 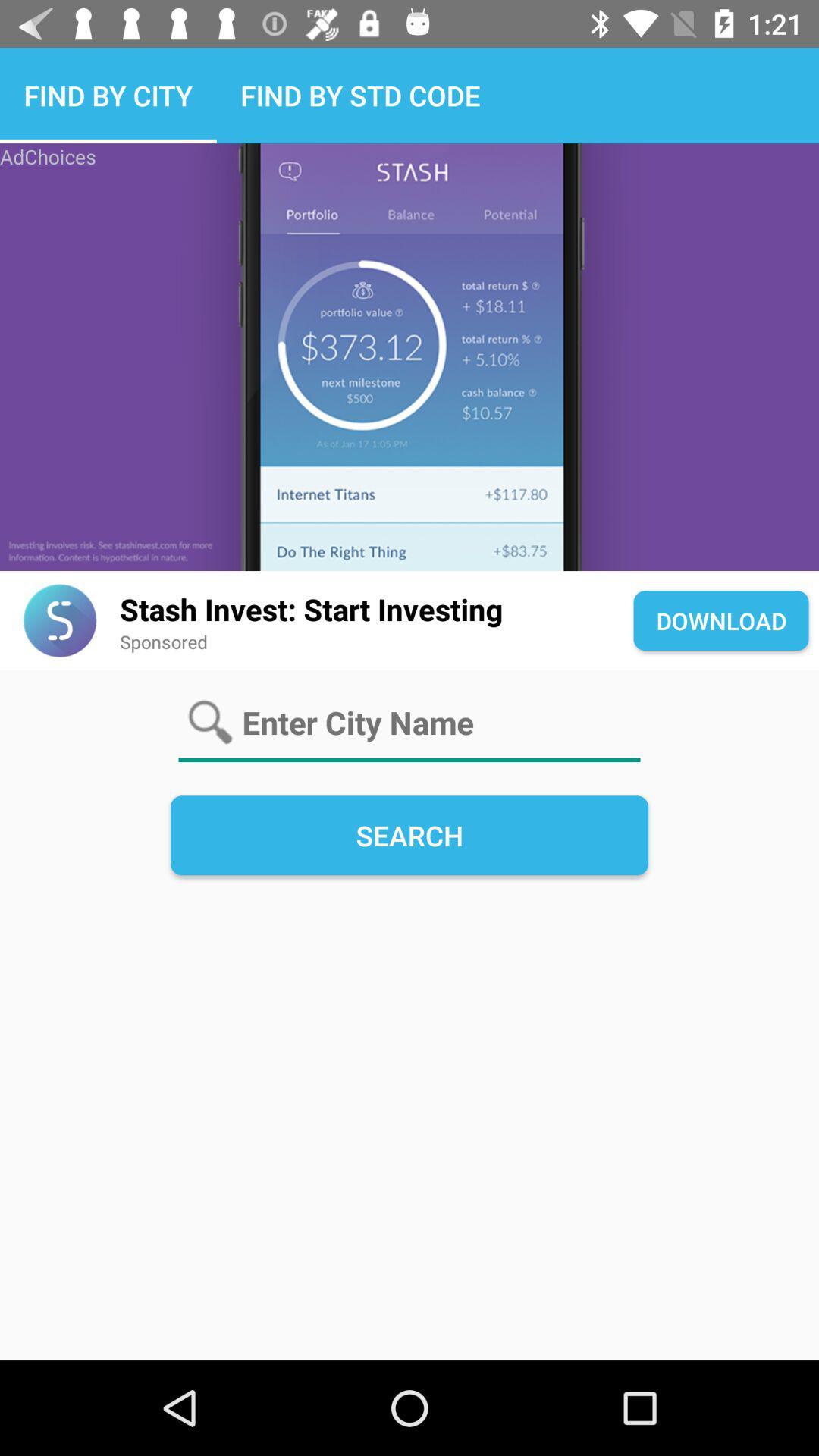 What do you see at coordinates (409, 356) in the screenshot?
I see `stash advertisement` at bounding box center [409, 356].